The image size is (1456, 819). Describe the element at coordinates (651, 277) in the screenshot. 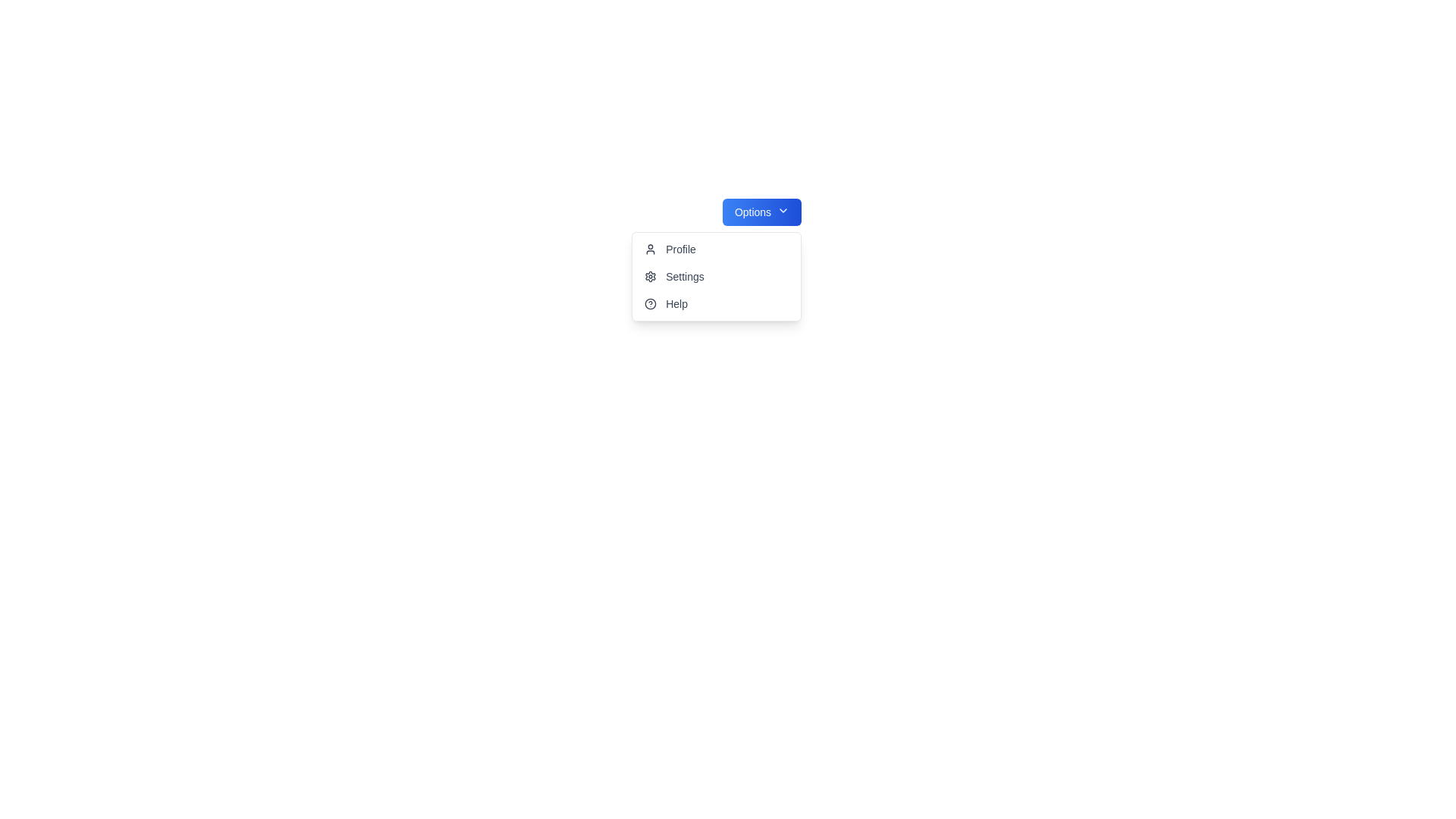

I see `the settings icon, which resembles a gear and is located next to the 'Settings' label in the dropdown menu` at that location.